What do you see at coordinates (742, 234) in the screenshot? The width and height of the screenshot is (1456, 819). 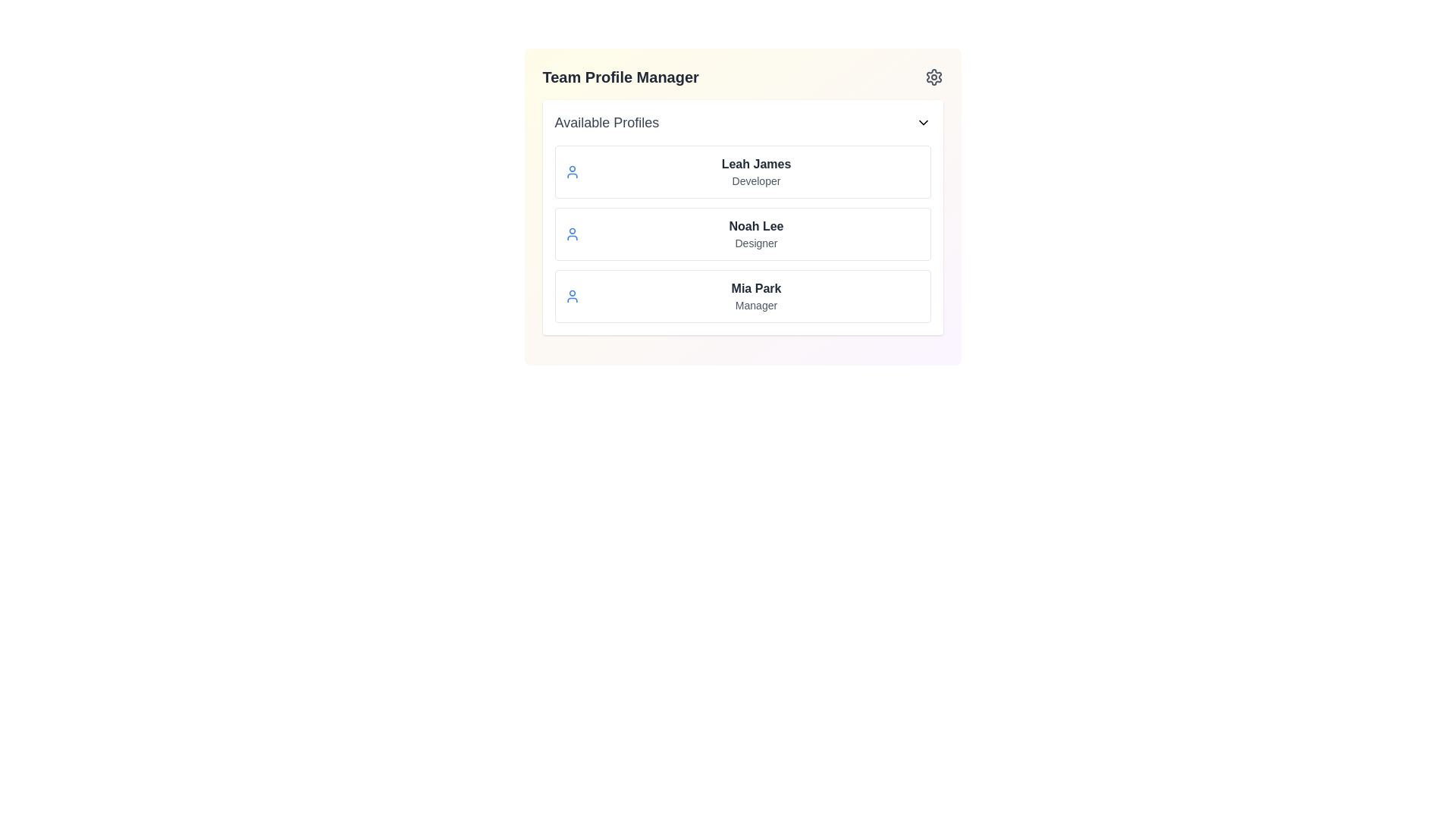 I see `the profile card for user 'Noah Lee', which is the second card` at bounding box center [742, 234].